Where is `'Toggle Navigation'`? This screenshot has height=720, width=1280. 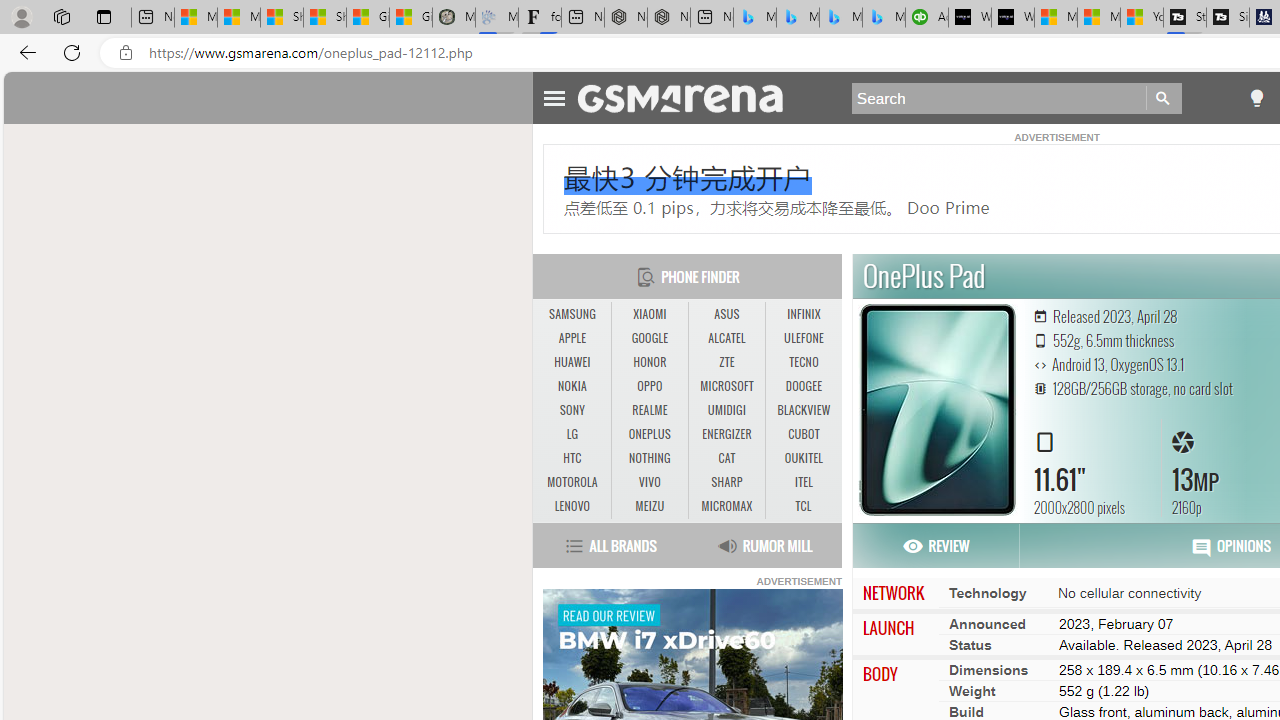 'Toggle Navigation' is located at coordinates (554, 95).